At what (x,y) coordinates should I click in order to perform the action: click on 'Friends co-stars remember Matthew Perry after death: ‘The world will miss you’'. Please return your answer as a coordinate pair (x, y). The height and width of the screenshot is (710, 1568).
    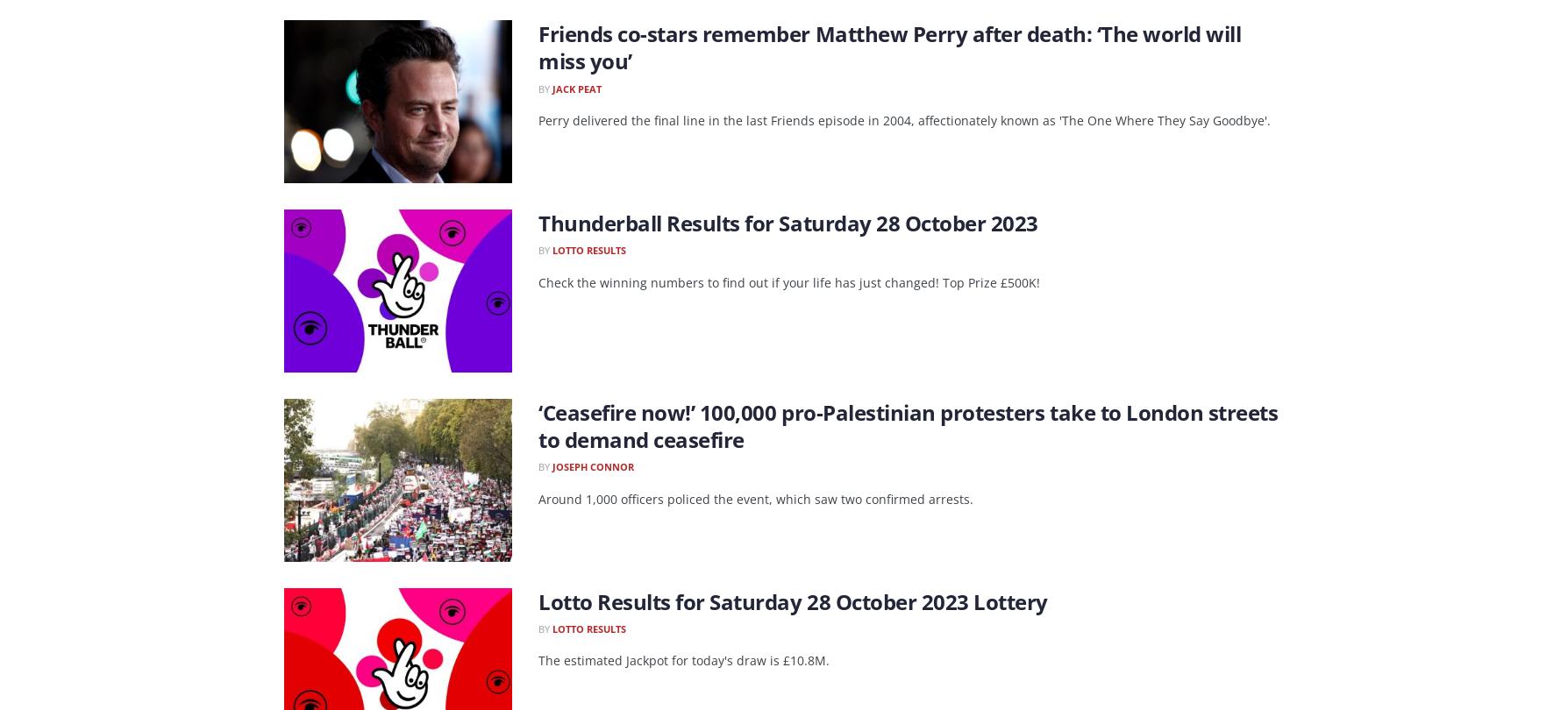
    Looking at the image, I should click on (889, 47).